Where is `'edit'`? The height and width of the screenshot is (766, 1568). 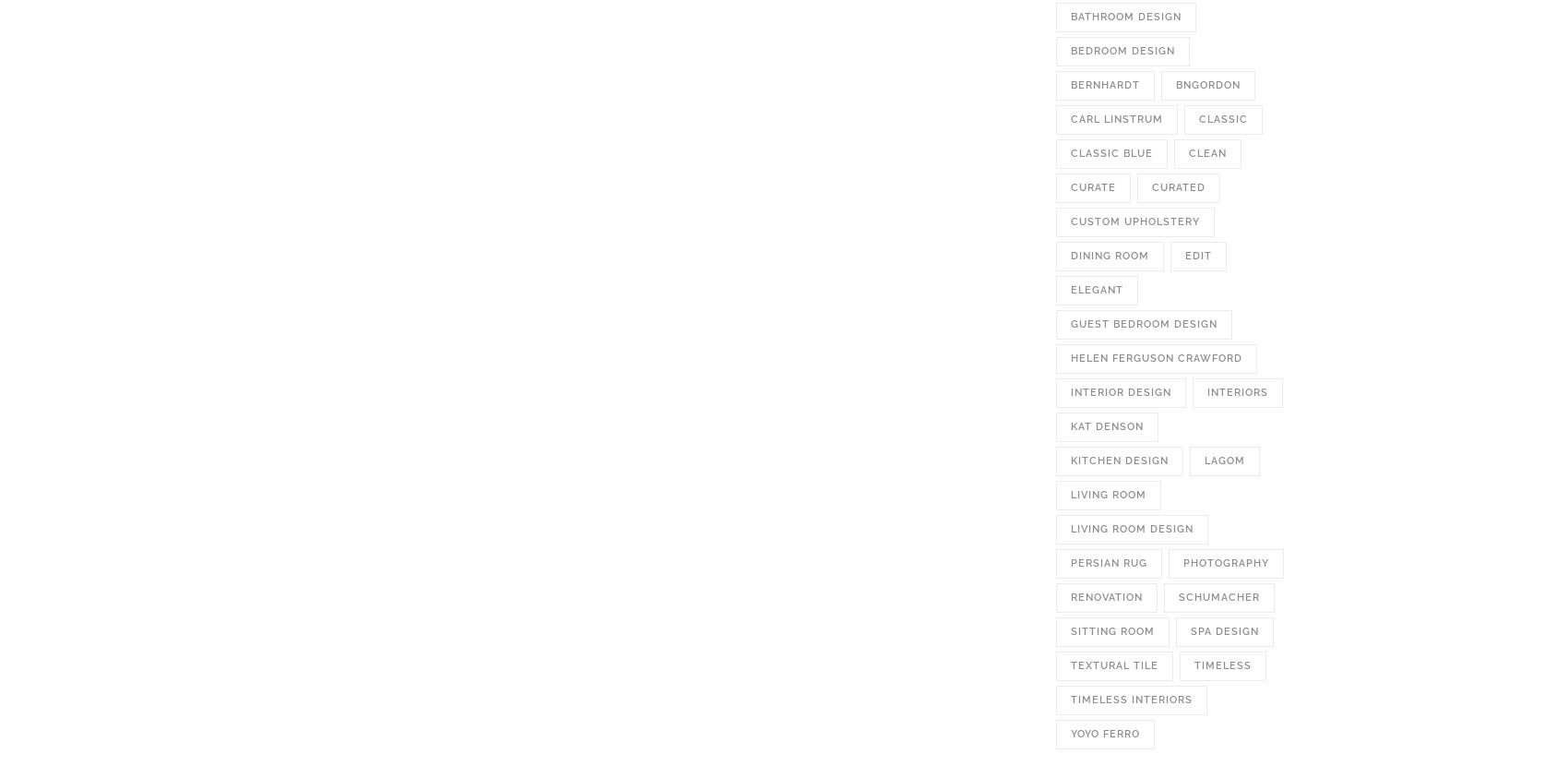 'edit' is located at coordinates (1185, 256).